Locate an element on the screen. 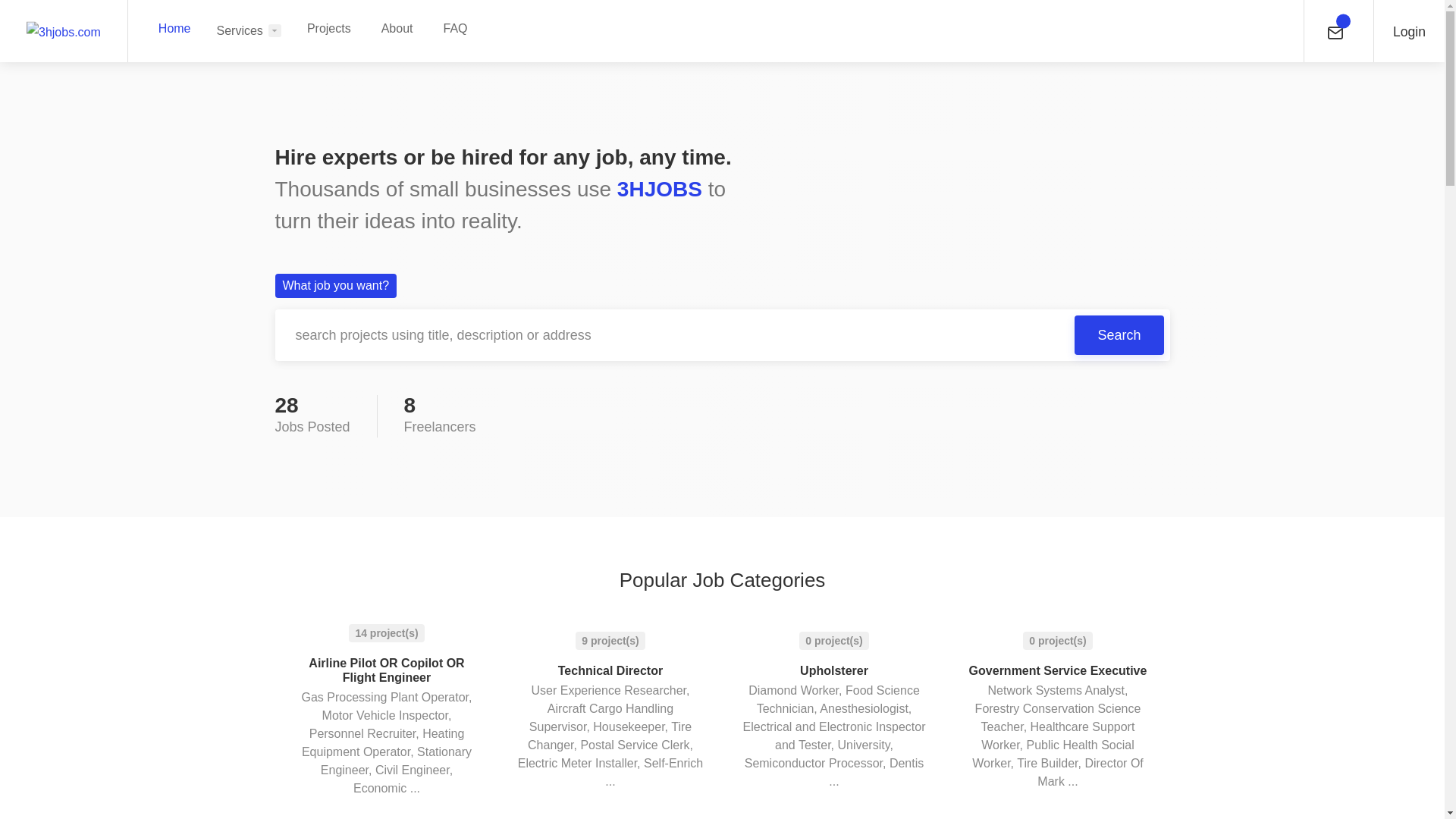 The height and width of the screenshot is (819, 1456). 'Services' is located at coordinates (249, 30).